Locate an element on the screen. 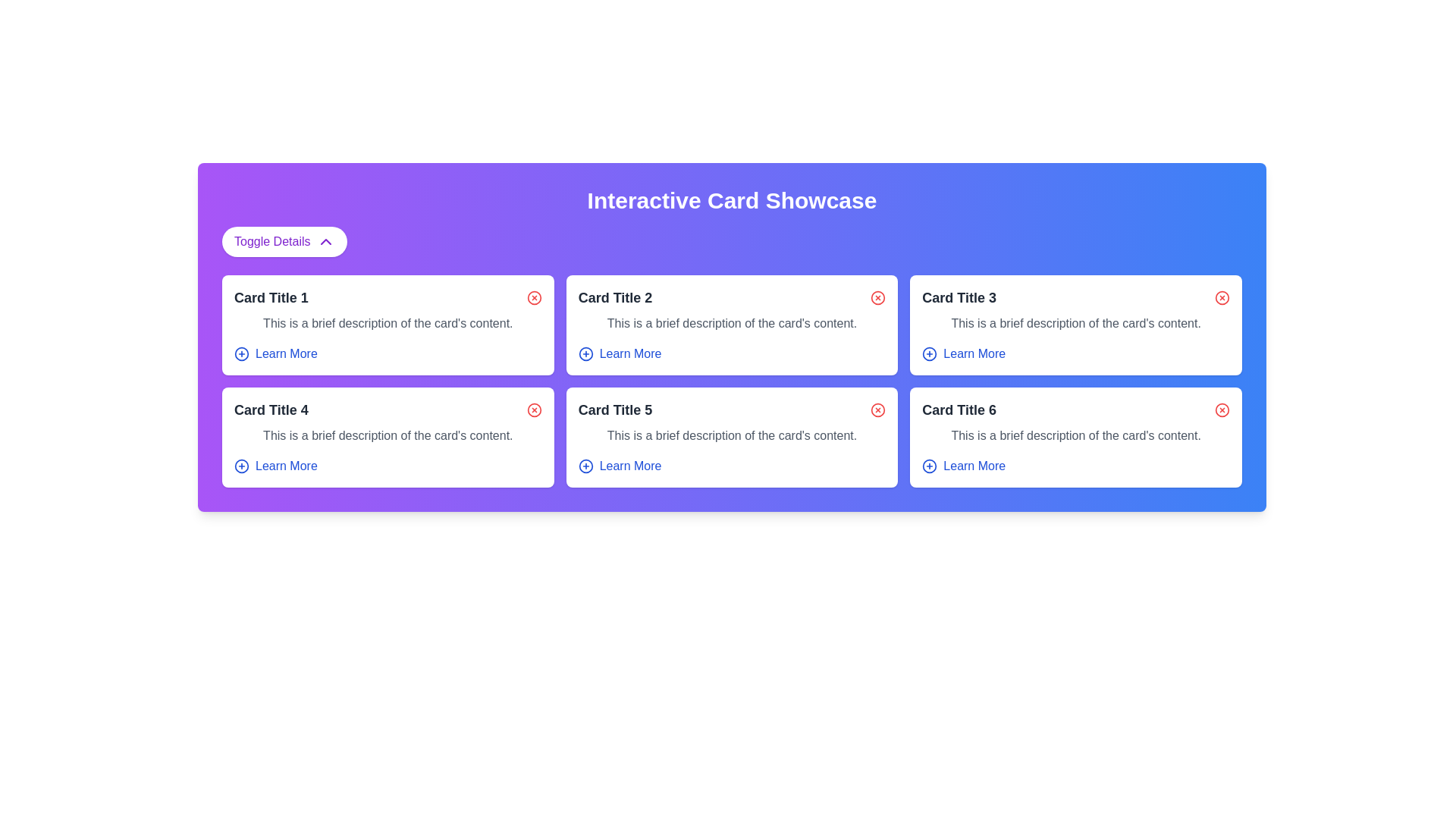 Image resolution: width=1456 pixels, height=819 pixels. the close button located at the top-right corner of 'Card Title 1' to dismiss the card from view is located at coordinates (534, 298).